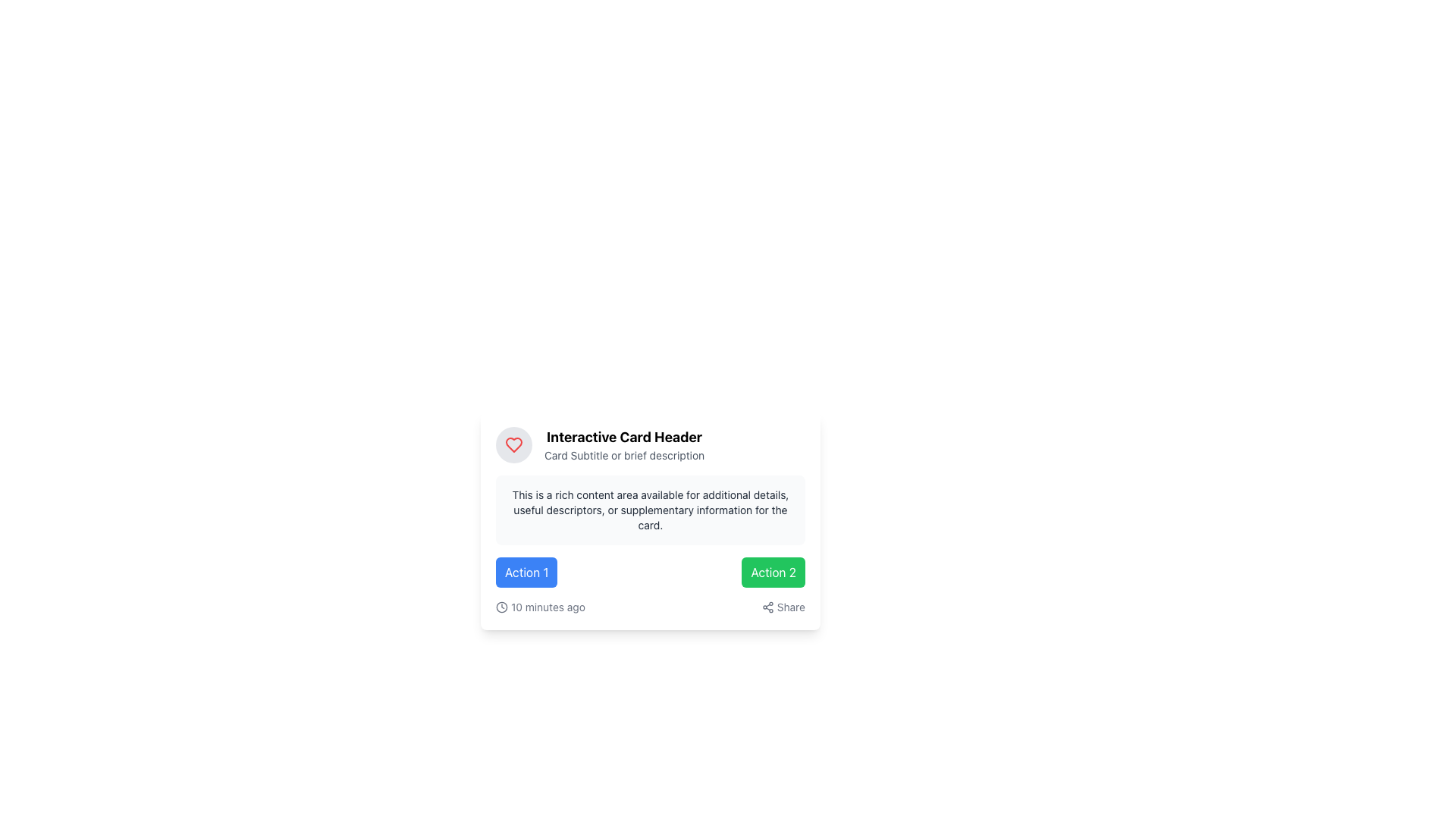 The width and height of the screenshot is (1456, 819). I want to click on information displayed in the text block with a light gray background, located beneath the card's subtitle text, so click(651, 510).